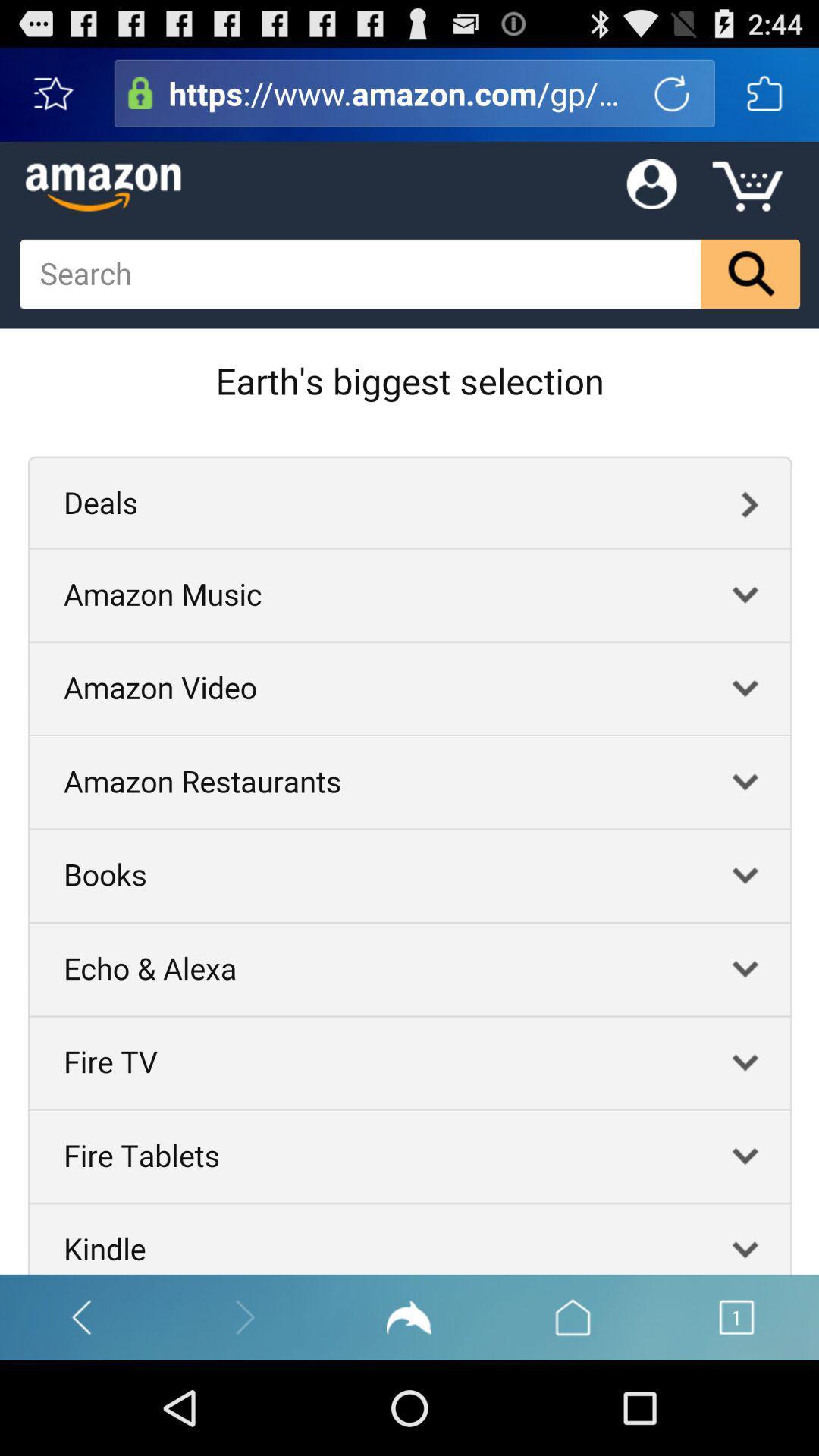 This screenshot has width=819, height=1456. Describe the element at coordinates (140, 93) in the screenshot. I see `unblock section` at that location.